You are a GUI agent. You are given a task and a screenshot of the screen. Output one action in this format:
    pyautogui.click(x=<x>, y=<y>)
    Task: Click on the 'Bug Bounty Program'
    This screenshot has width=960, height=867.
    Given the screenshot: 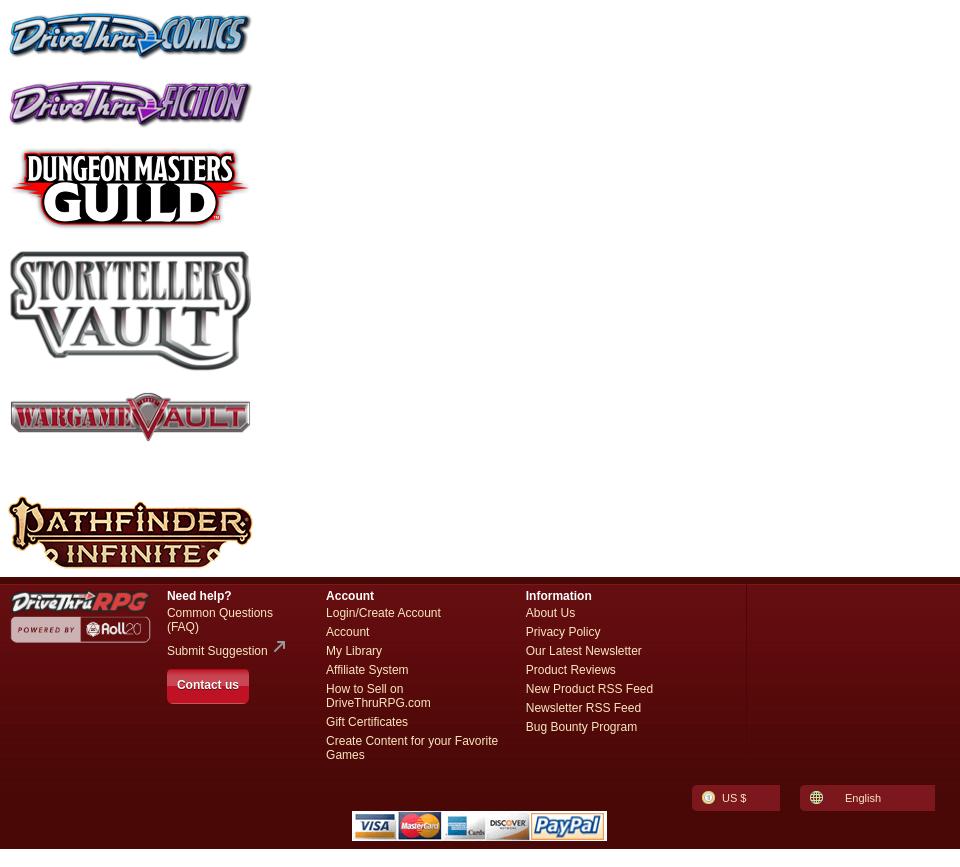 What is the action you would take?
    pyautogui.click(x=524, y=725)
    